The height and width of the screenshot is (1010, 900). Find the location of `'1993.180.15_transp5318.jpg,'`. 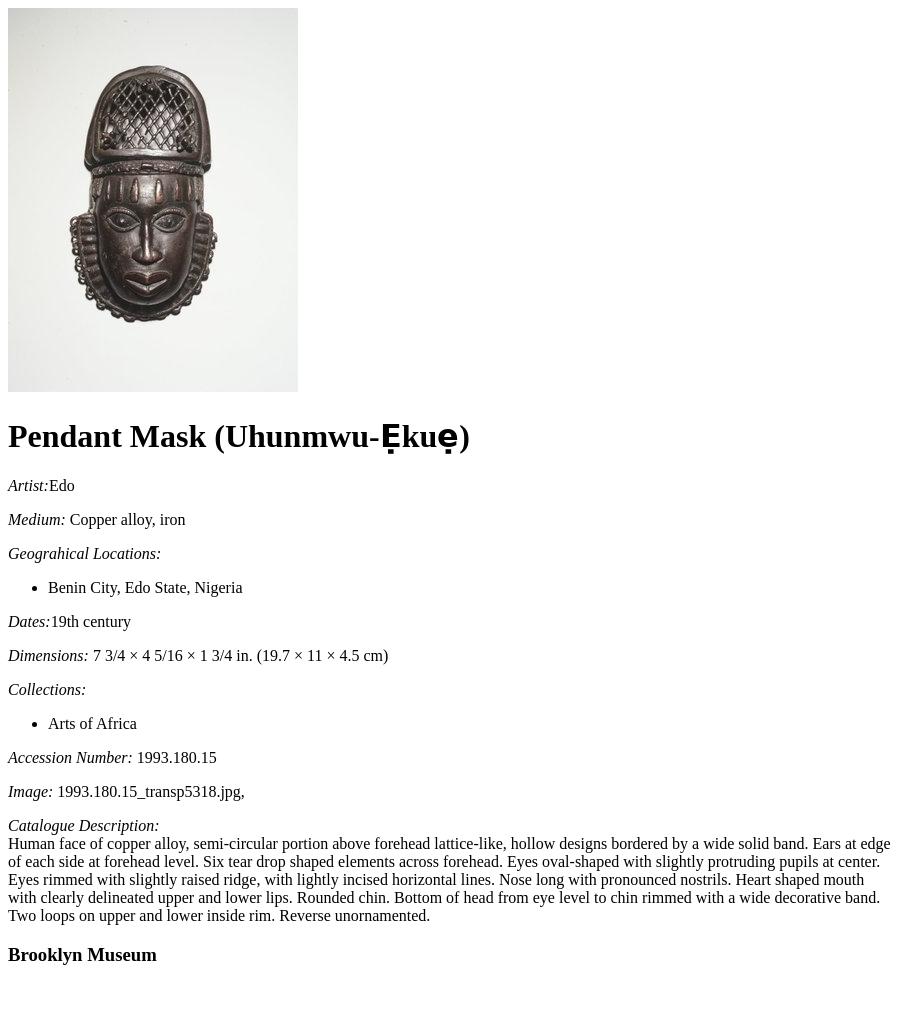

'1993.180.15_transp5318.jpg,' is located at coordinates (148, 790).